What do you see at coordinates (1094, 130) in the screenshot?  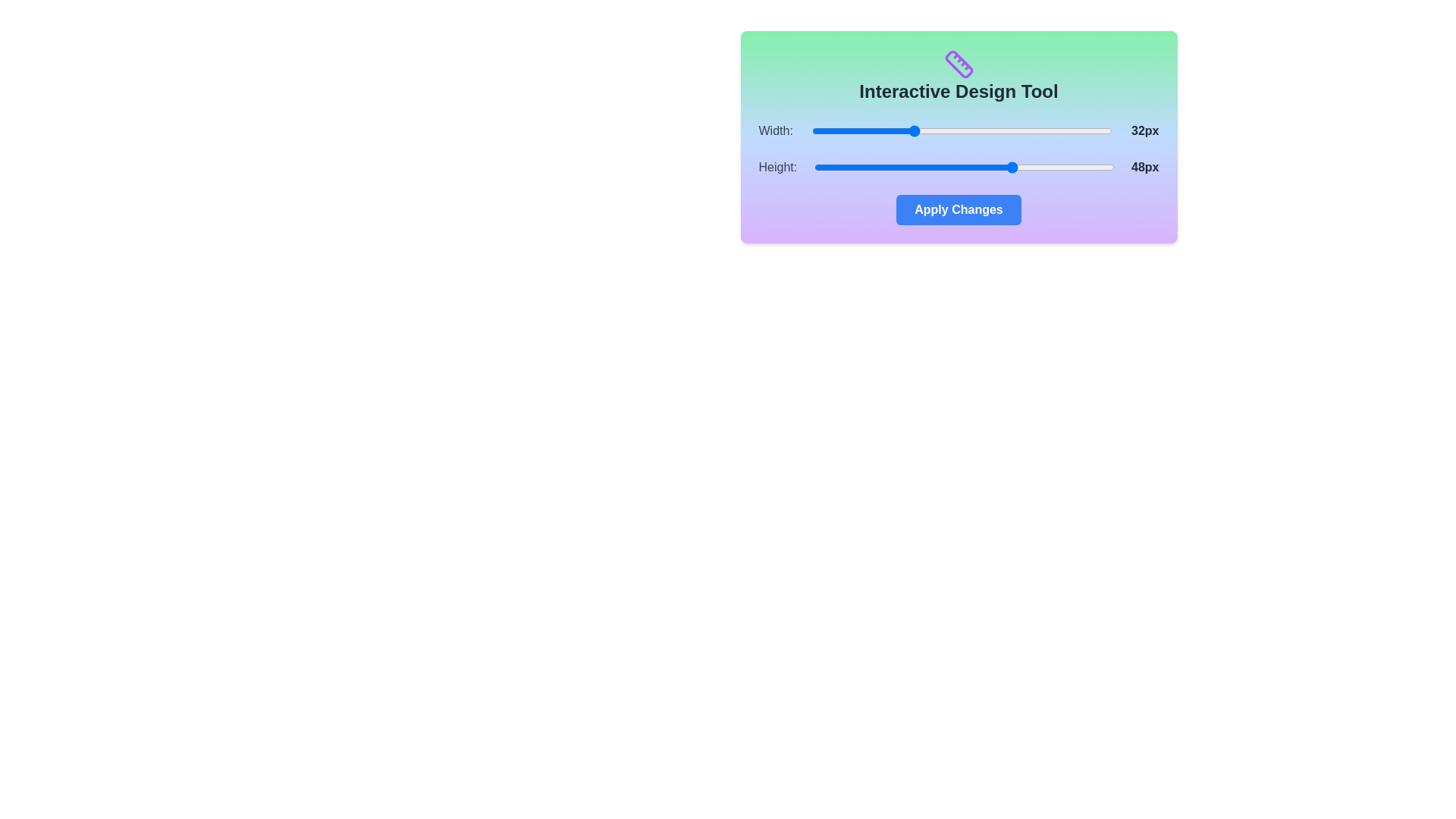 I see `the 'Width' slider to set its value to 61 within the range of 16 to 64` at bounding box center [1094, 130].